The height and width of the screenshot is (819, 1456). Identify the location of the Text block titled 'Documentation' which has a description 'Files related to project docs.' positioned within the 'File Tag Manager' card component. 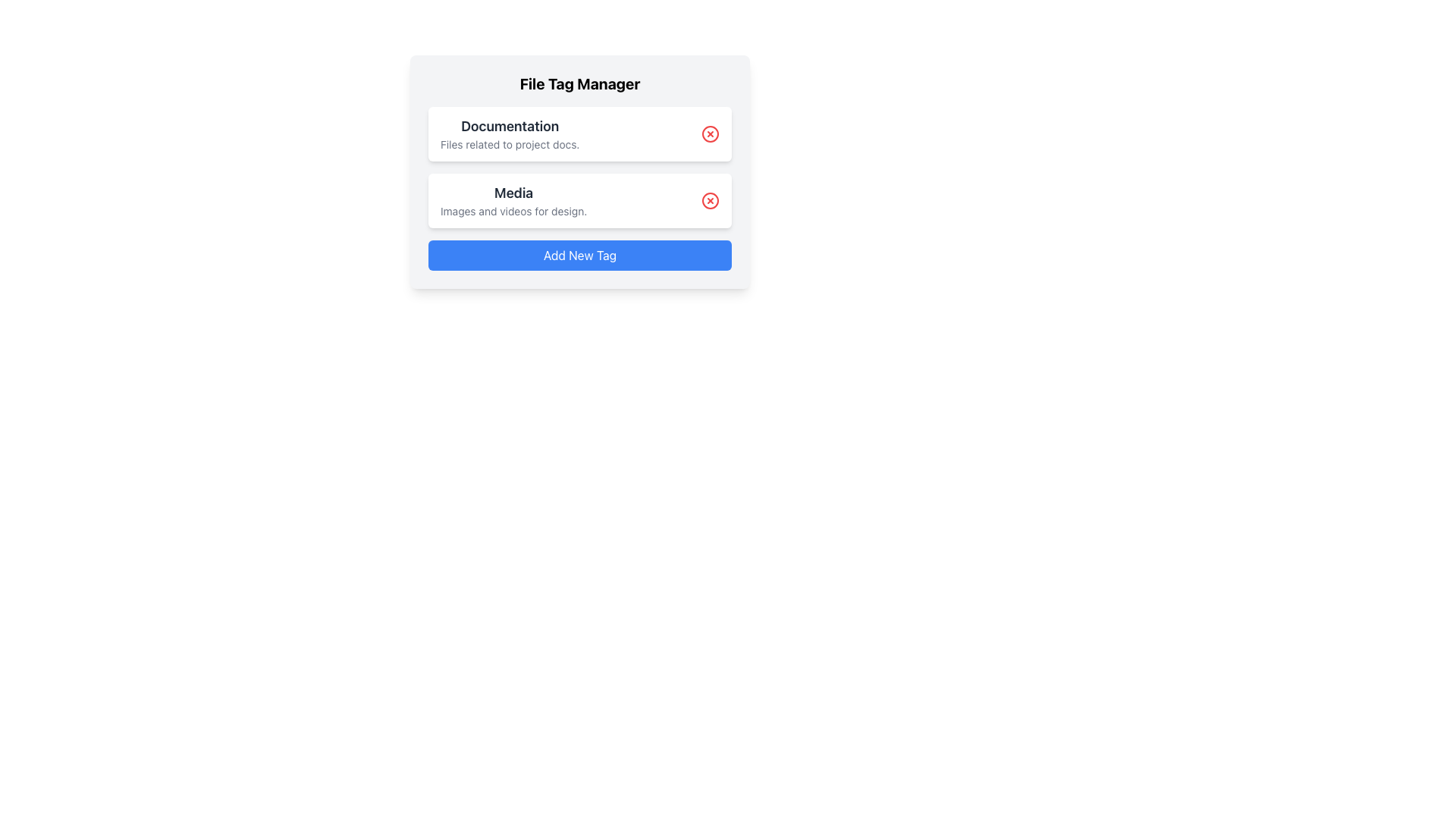
(510, 133).